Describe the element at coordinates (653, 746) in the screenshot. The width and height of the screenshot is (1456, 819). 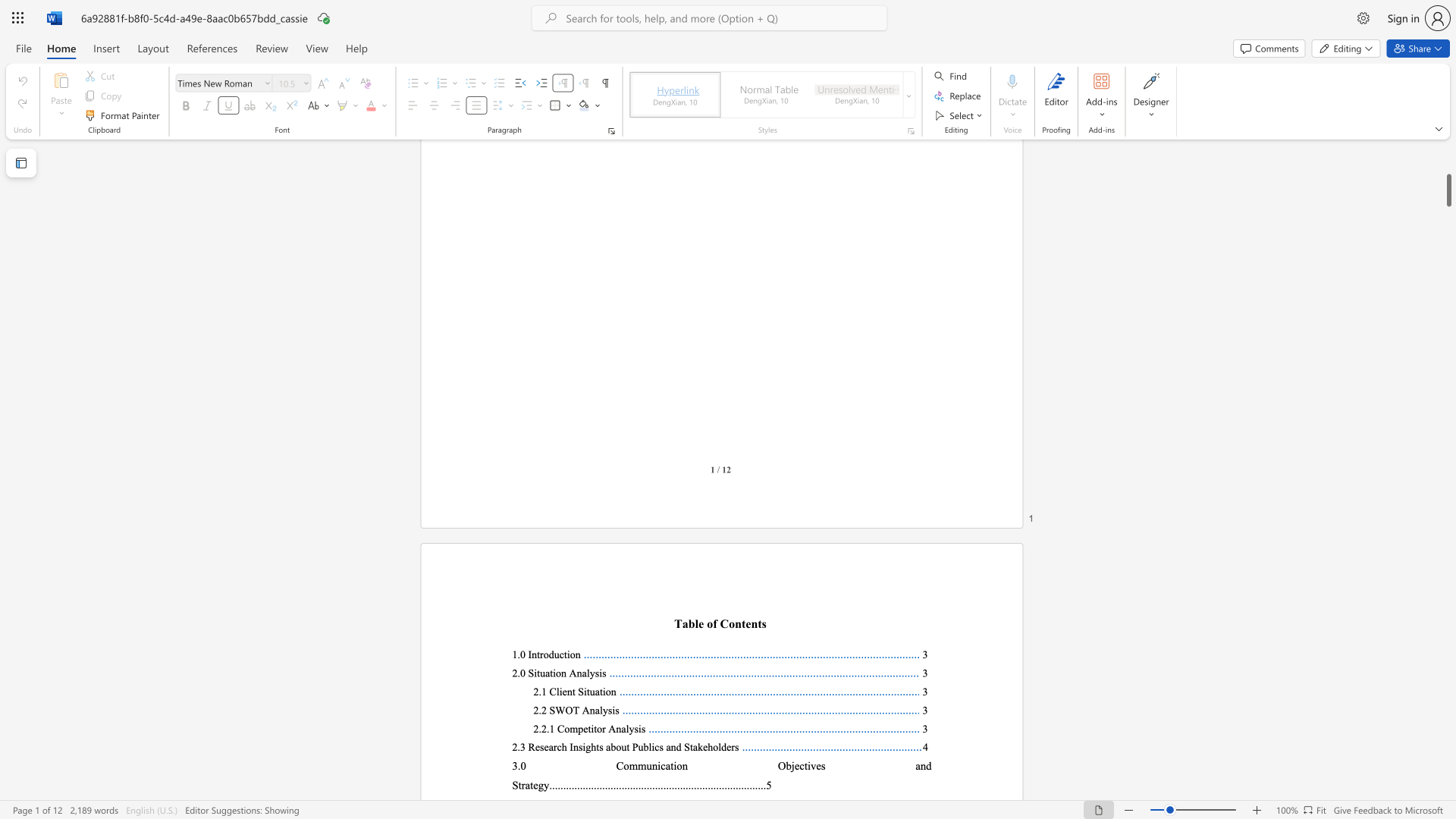
I see `the 2th character "i" in the text` at that location.